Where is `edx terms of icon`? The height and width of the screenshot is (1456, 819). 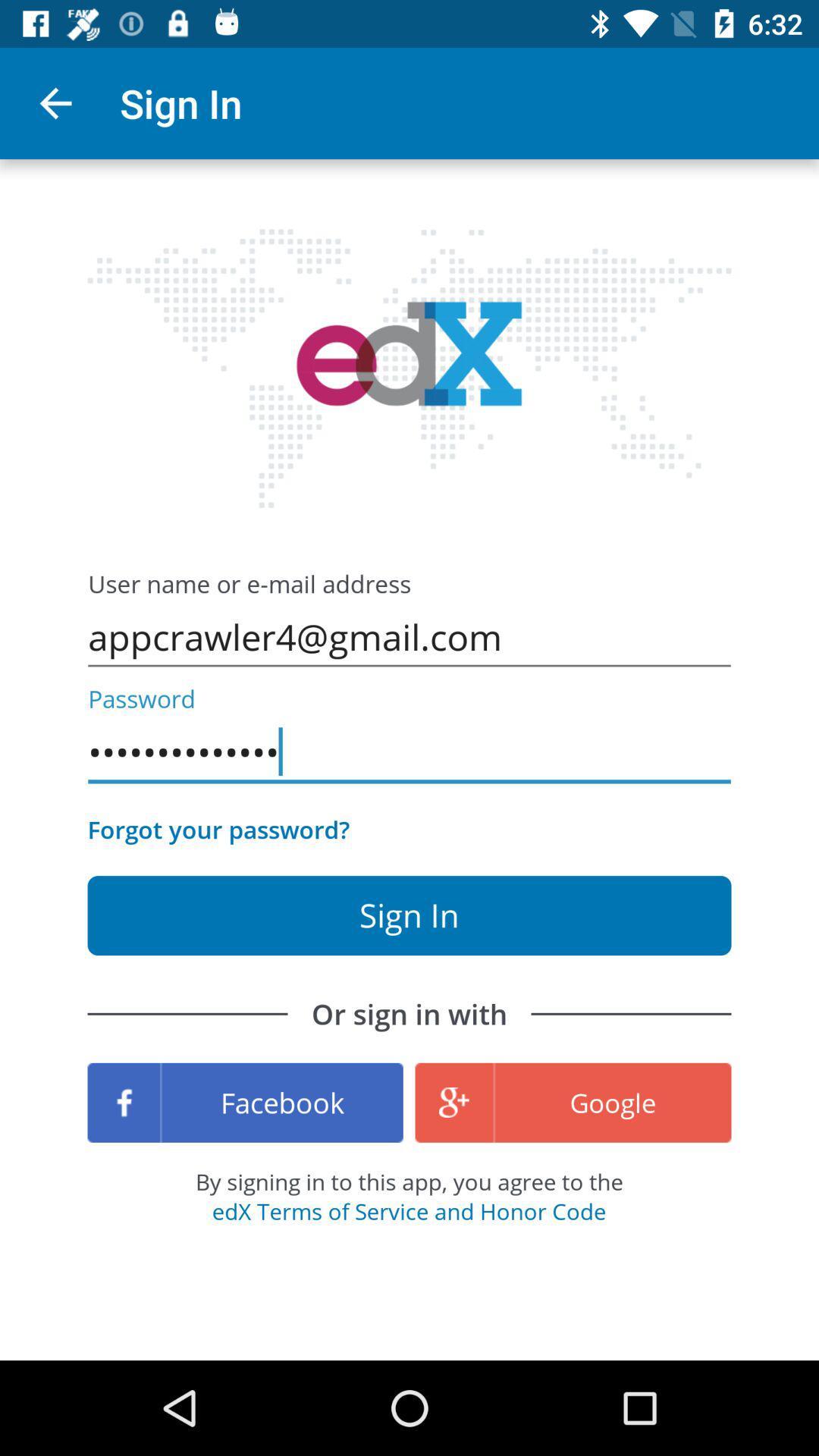
edx terms of icon is located at coordinates (408, 1210).